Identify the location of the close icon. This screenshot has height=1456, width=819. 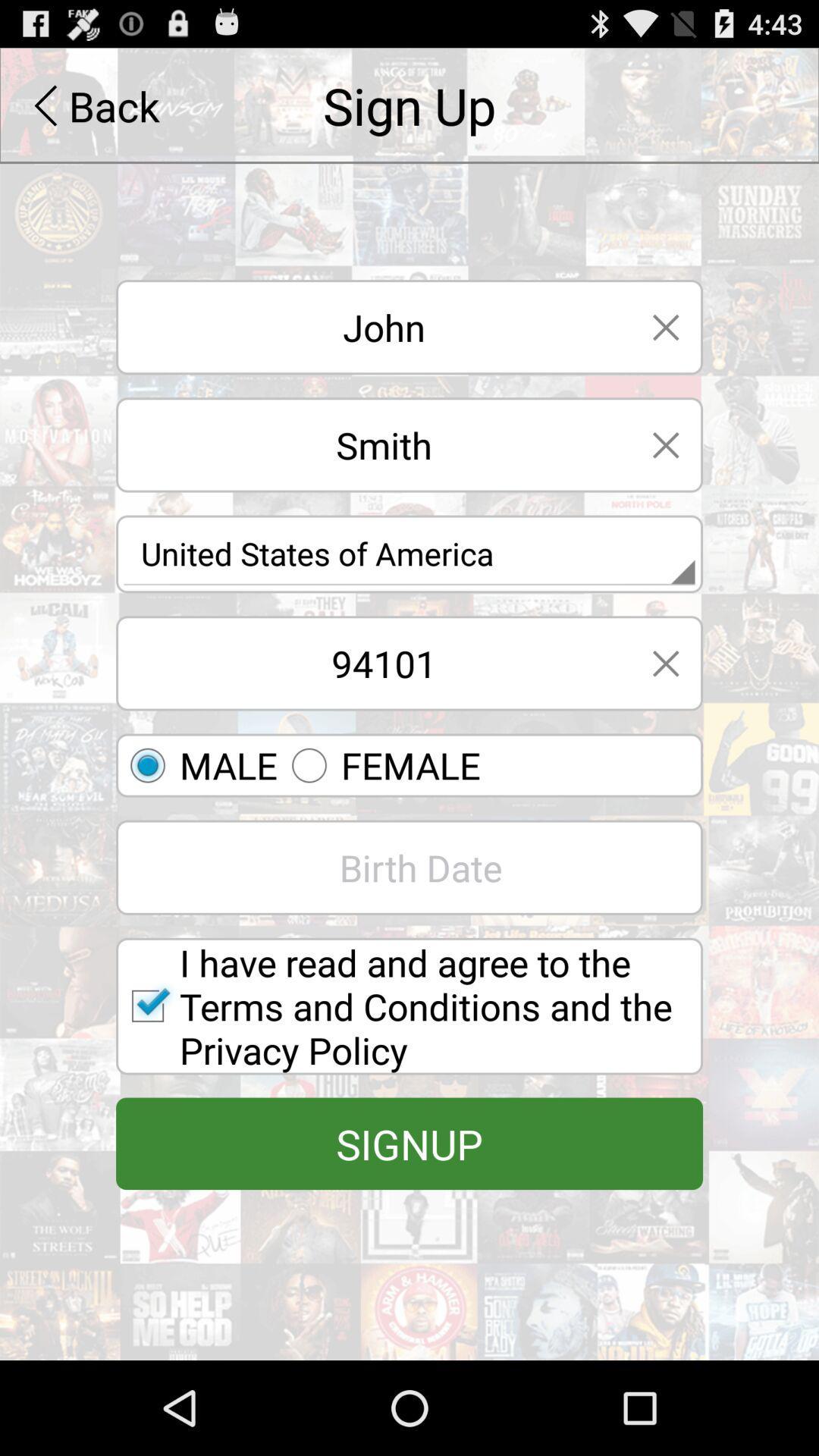
(665, 709).